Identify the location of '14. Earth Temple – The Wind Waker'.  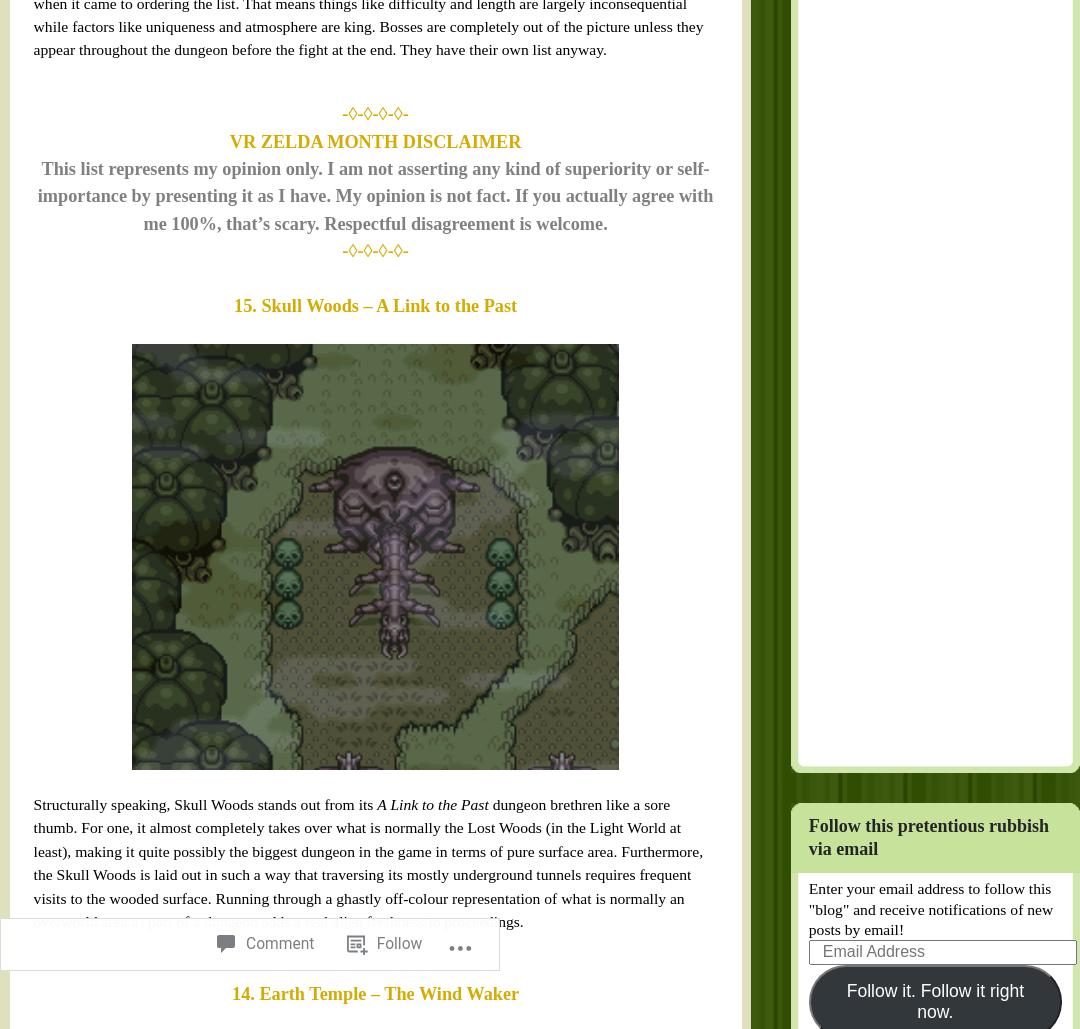
(312, 655).